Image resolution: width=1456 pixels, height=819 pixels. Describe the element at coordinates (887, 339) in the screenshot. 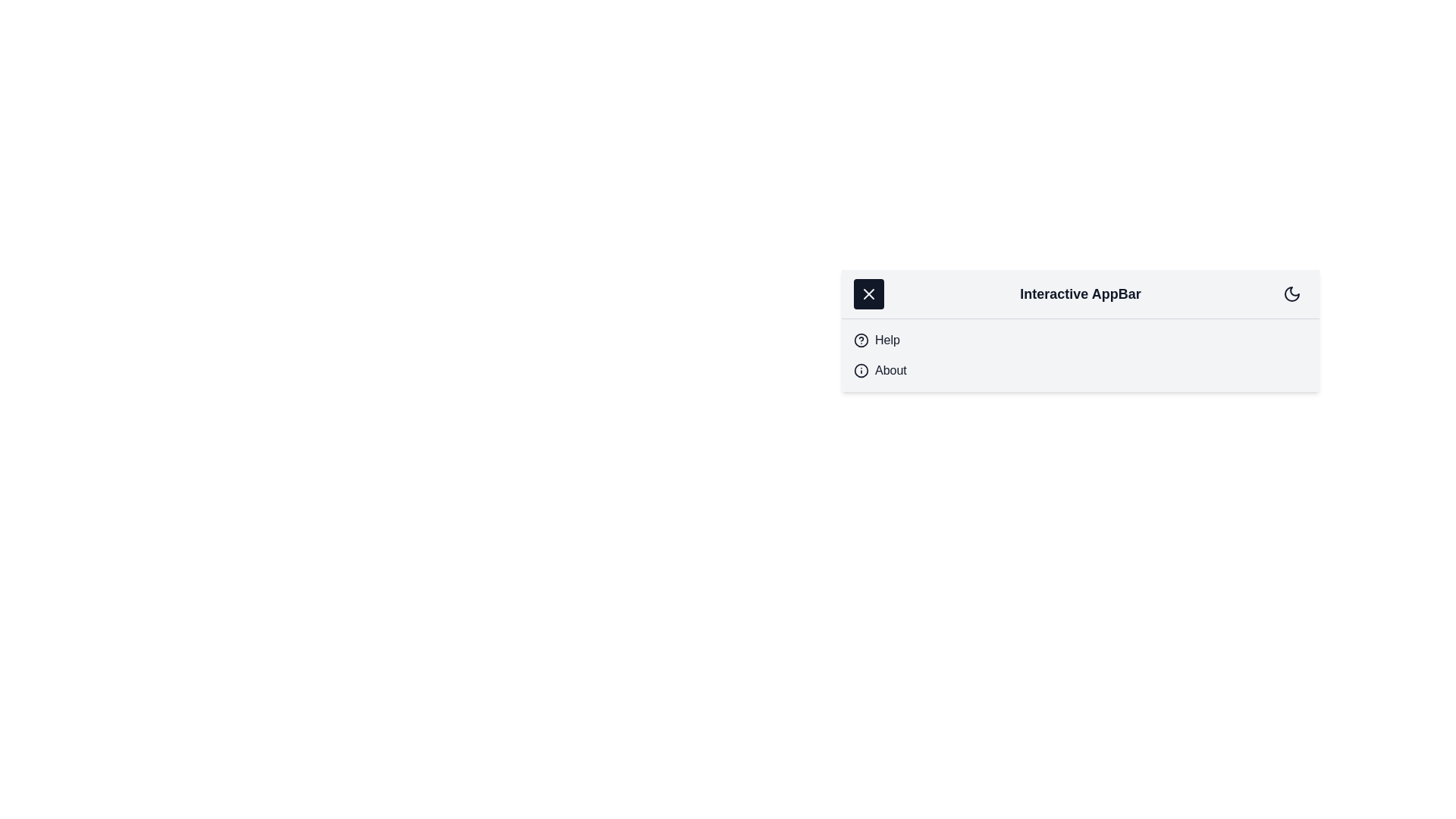

I see `the menu item Help from the menu` at that location.